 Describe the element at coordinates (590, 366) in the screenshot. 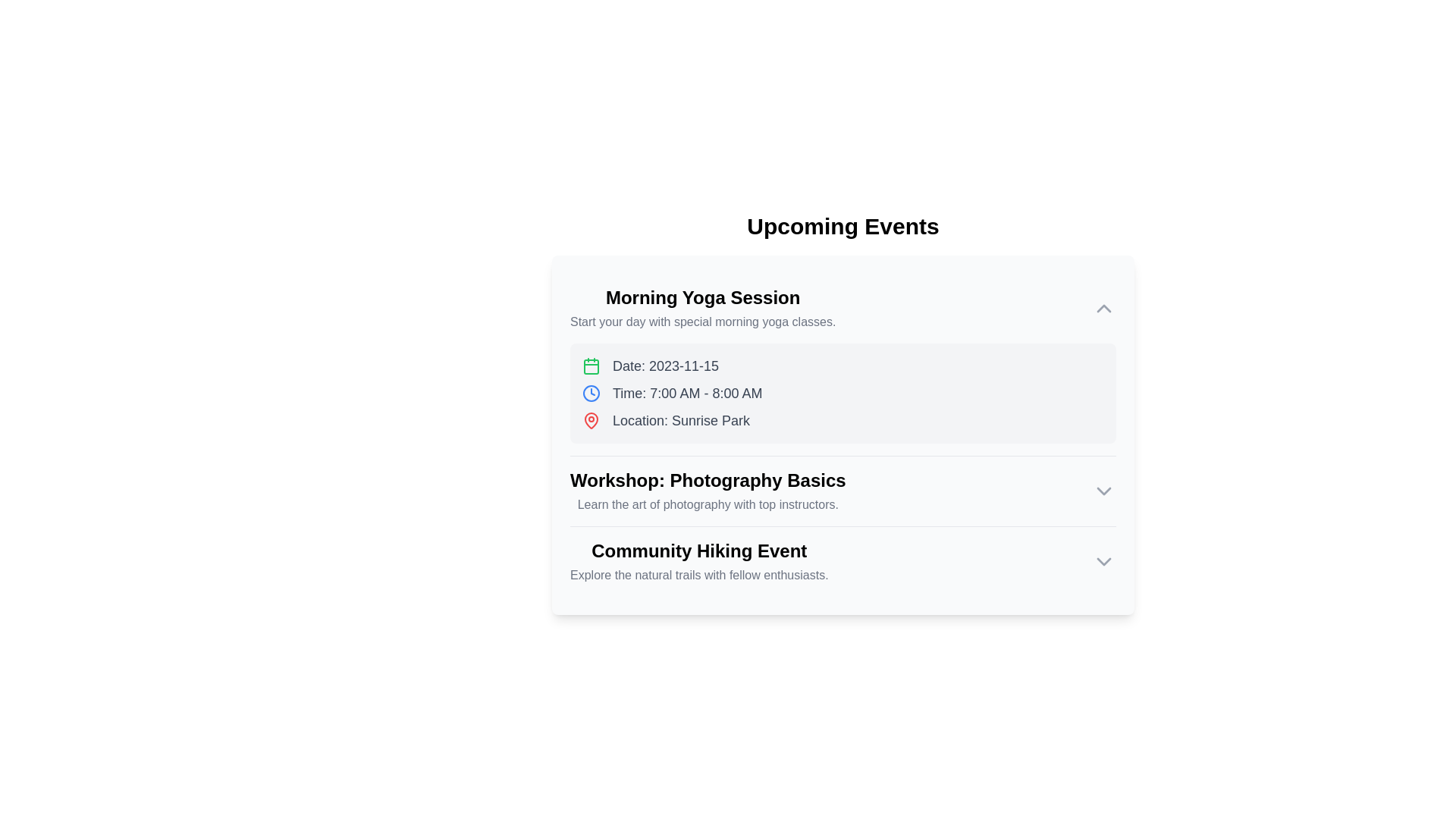

I see `the central rectangular element of the calendar icon located in the 'Morning Yoga Session' section, which is under the 'Date: 2023-11-15' label` at that location.